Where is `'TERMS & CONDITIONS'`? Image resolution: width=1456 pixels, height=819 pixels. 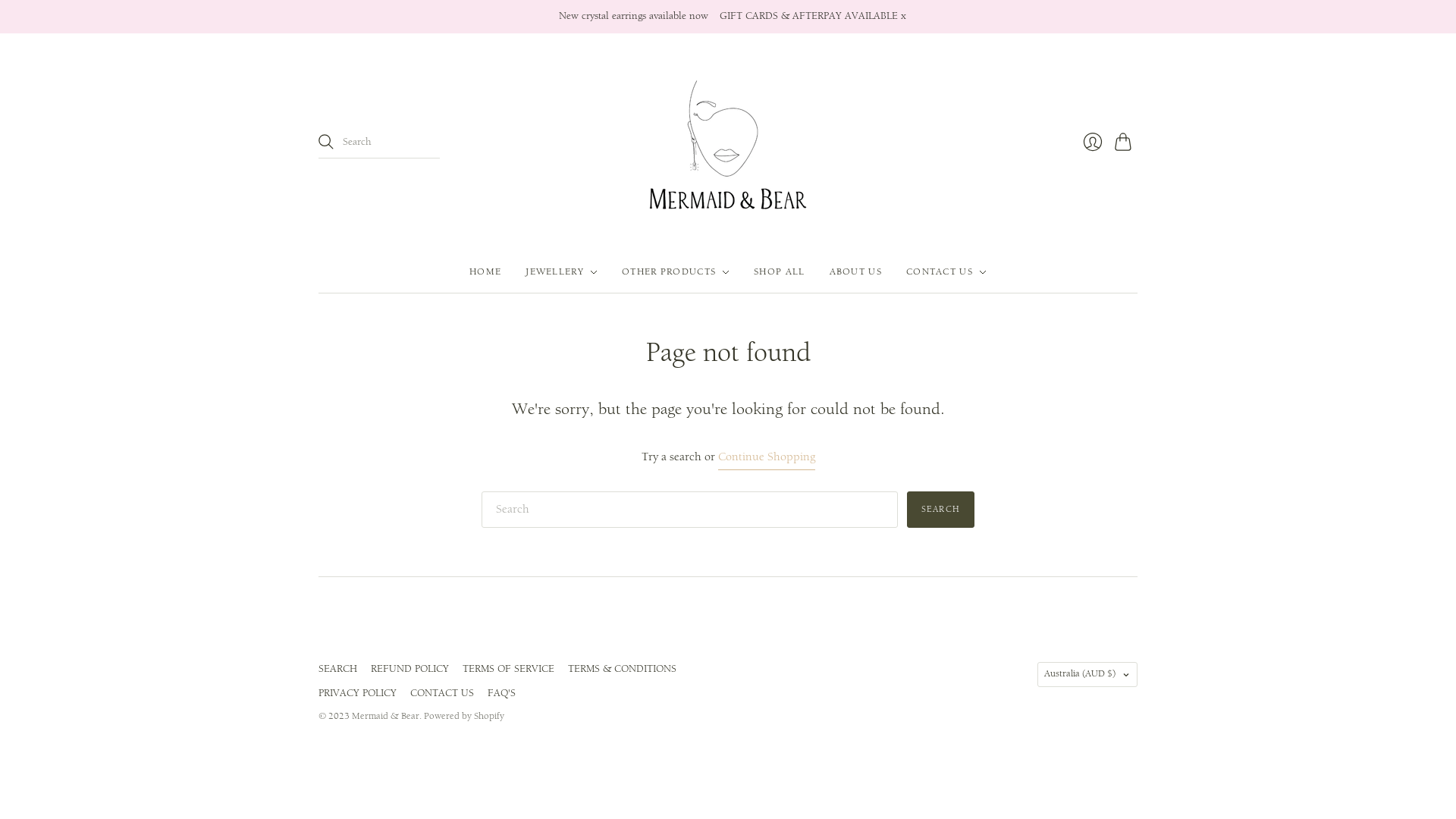
'TERMS & CONDITIONS' is located at coordinates (566, 668).